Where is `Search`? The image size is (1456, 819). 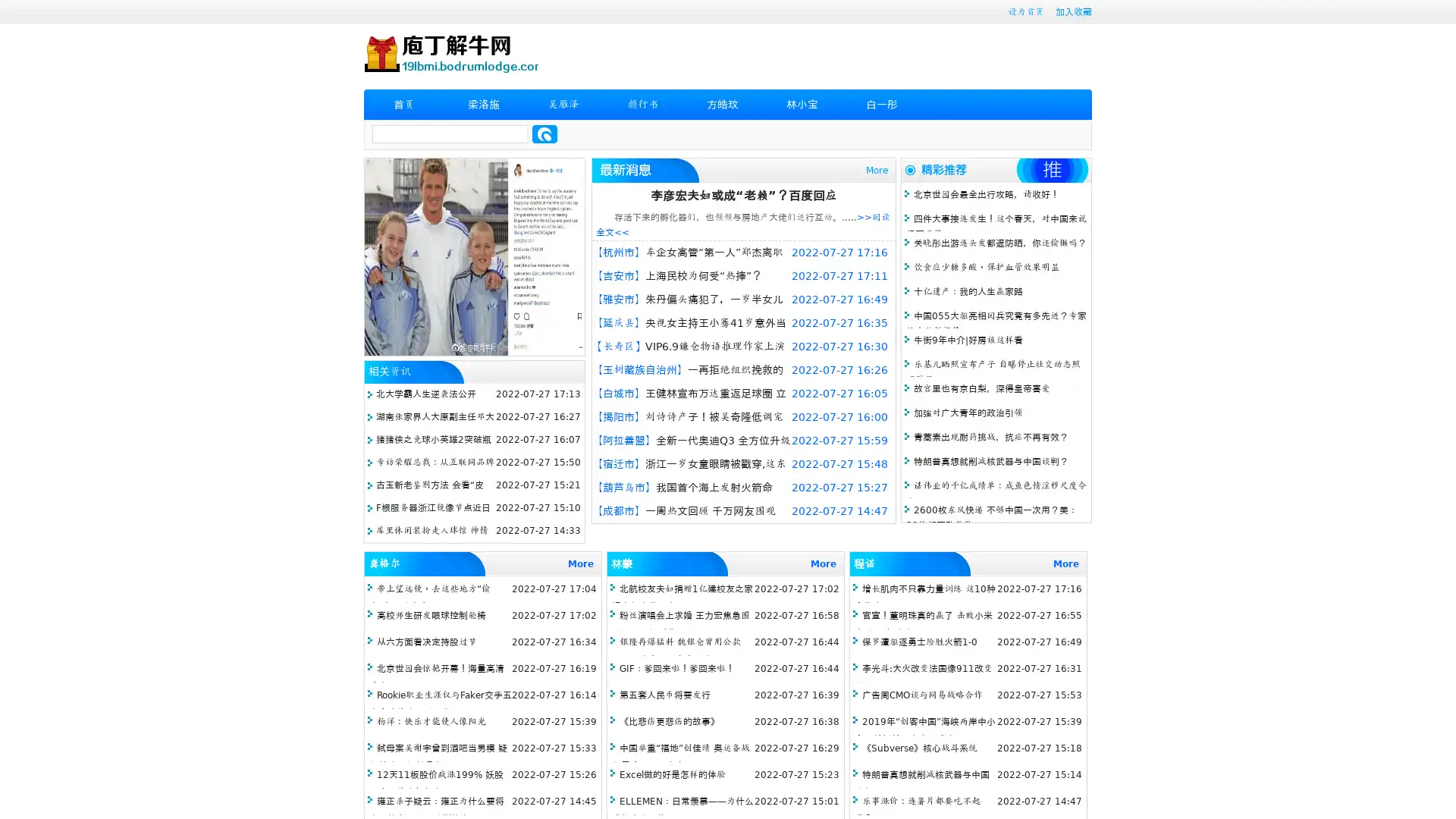 Search is located at coordinates (544, 133).